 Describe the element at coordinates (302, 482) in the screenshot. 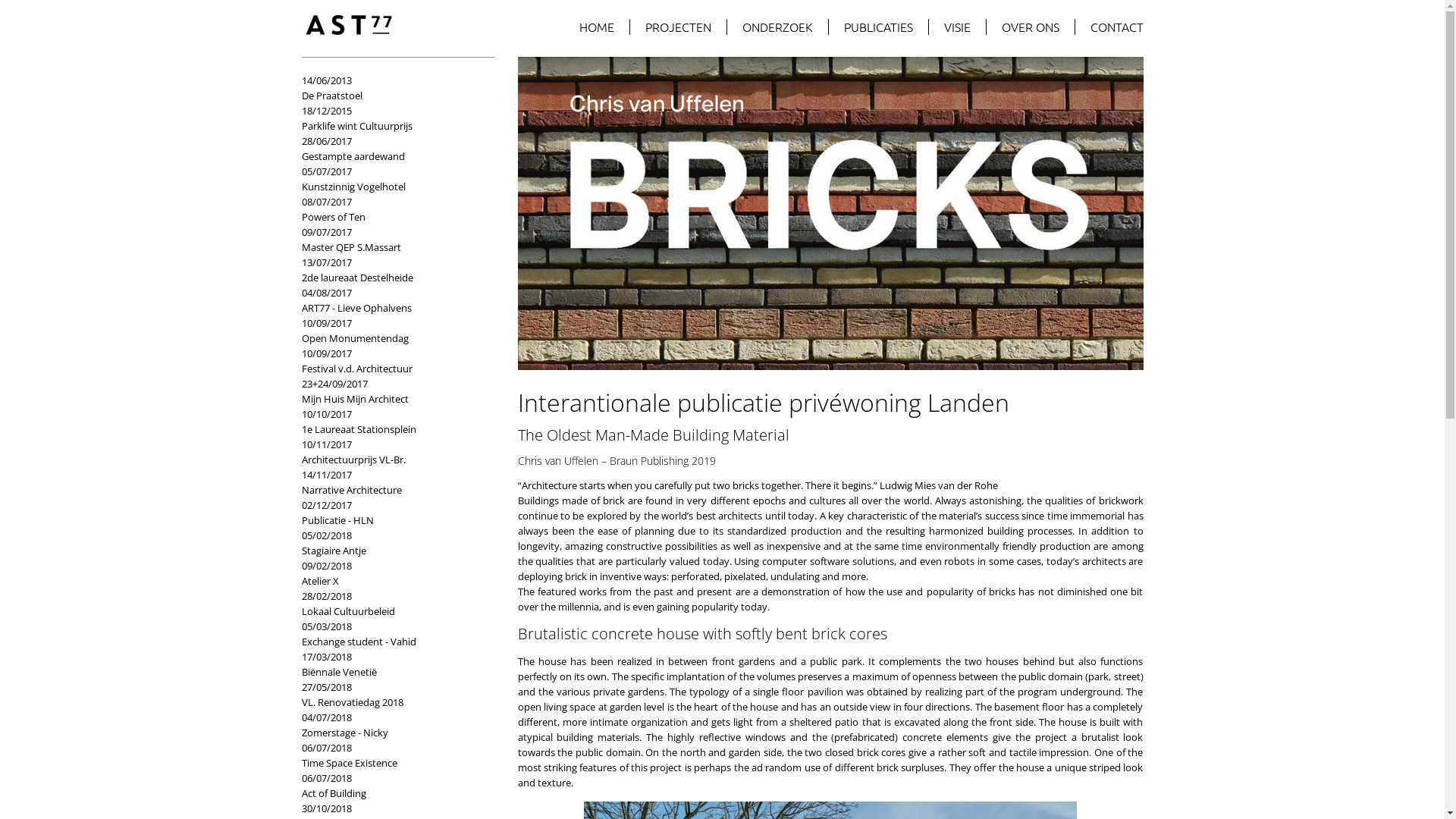

I see `'14/11/2017` at that location.